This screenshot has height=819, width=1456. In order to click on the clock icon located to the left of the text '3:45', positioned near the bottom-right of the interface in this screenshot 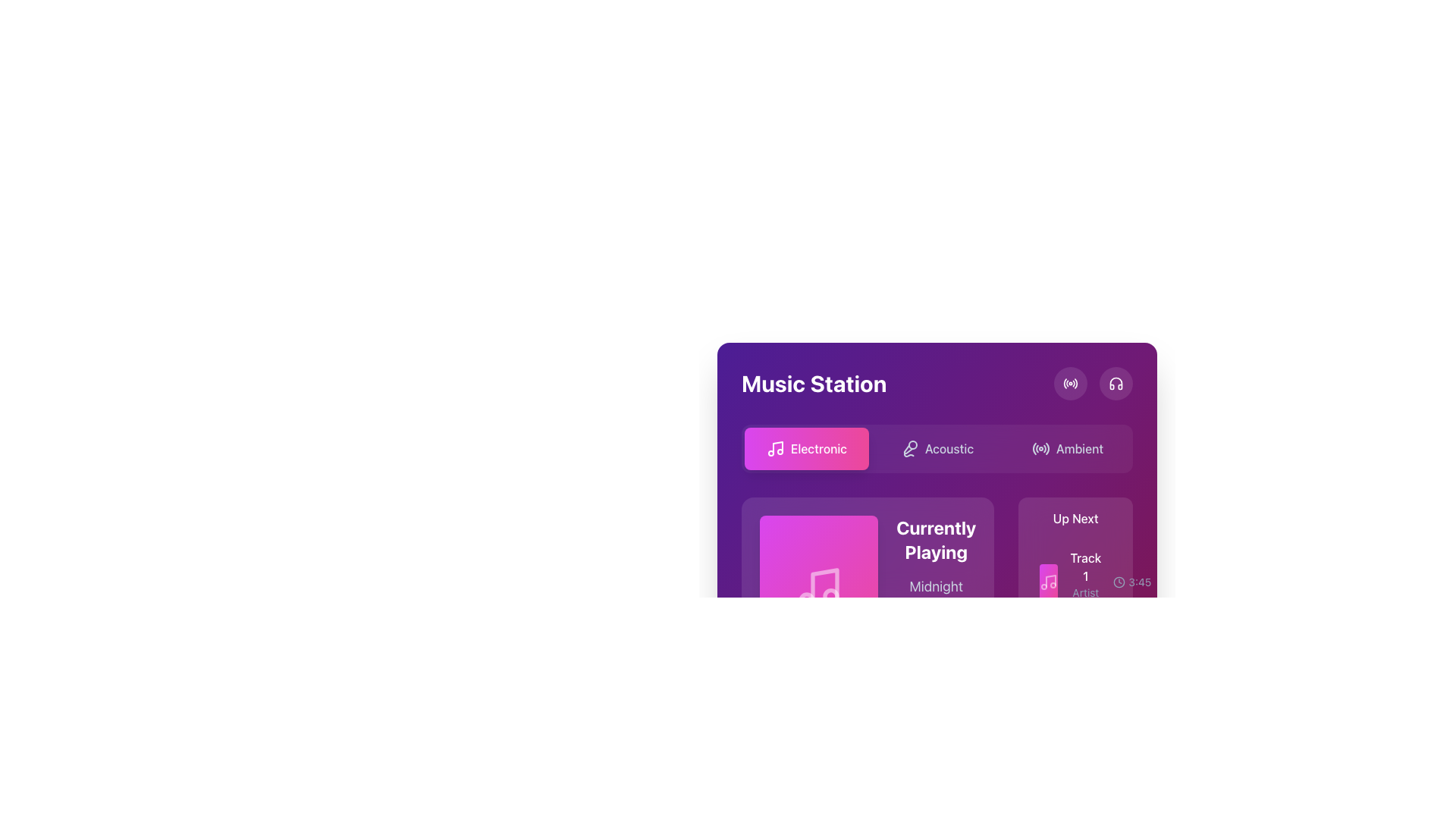, I will do `click(1119, 581)`.